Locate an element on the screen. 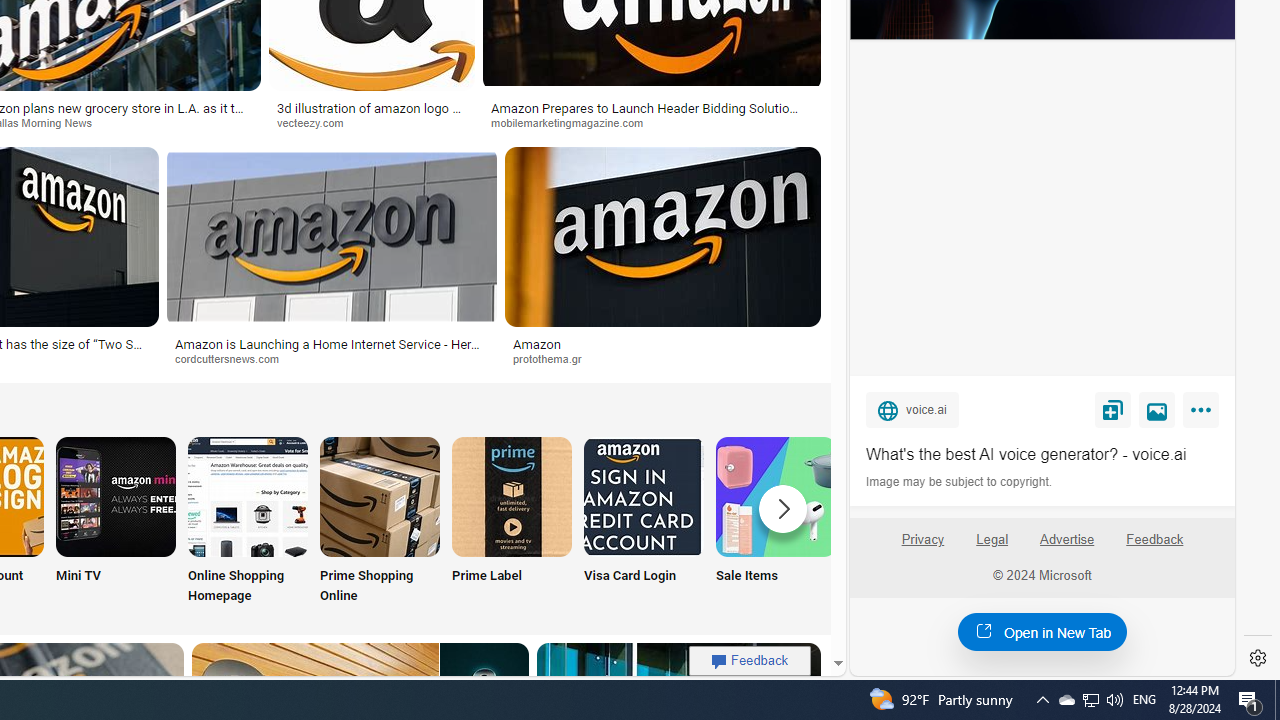 The image size is (1280, 720). 'Amazon Sale Items' is located at coordinates (774, 495).